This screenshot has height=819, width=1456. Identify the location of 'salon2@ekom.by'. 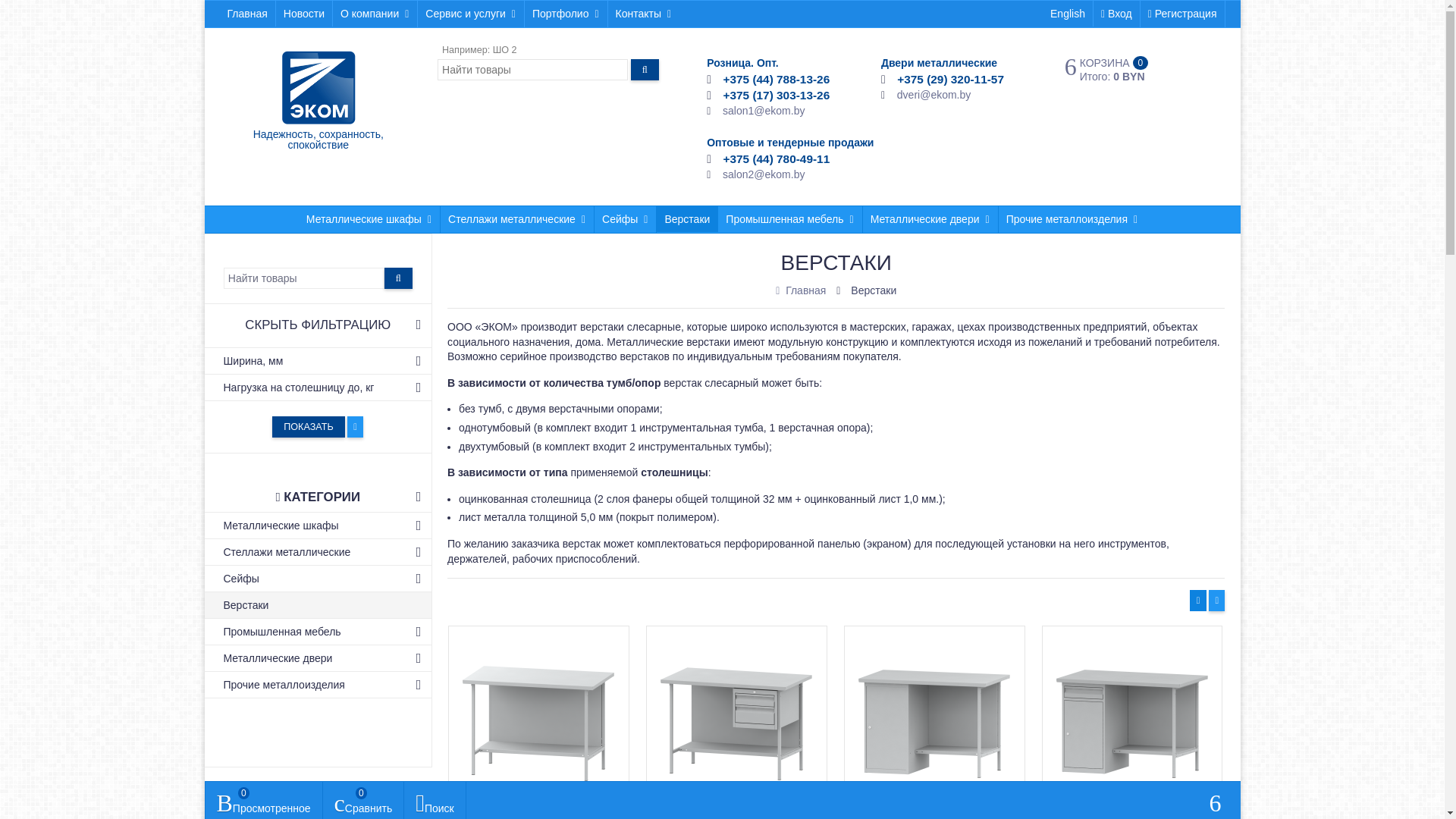
(764, 174).